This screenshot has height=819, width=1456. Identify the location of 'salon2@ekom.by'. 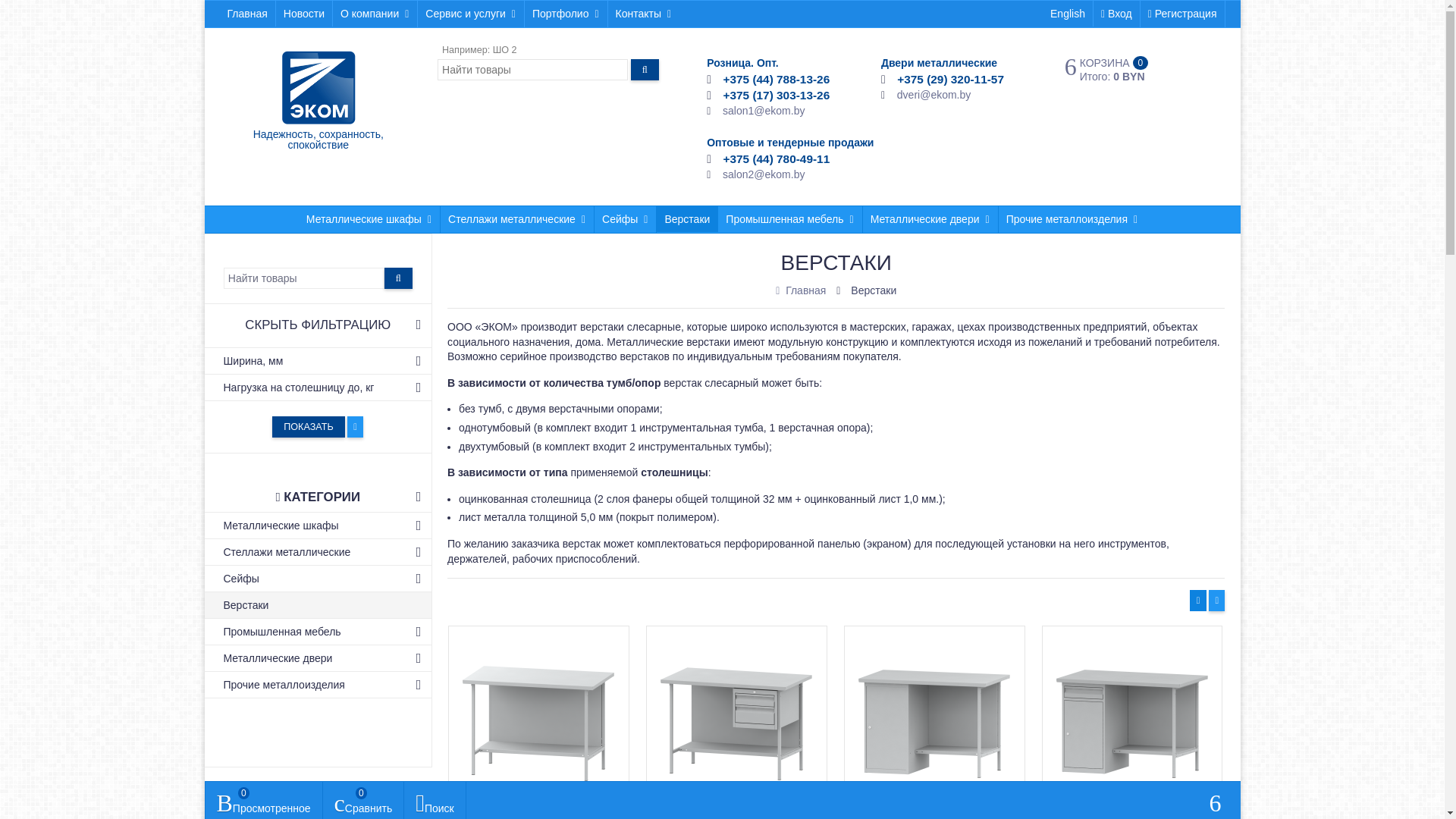
(764, 174).